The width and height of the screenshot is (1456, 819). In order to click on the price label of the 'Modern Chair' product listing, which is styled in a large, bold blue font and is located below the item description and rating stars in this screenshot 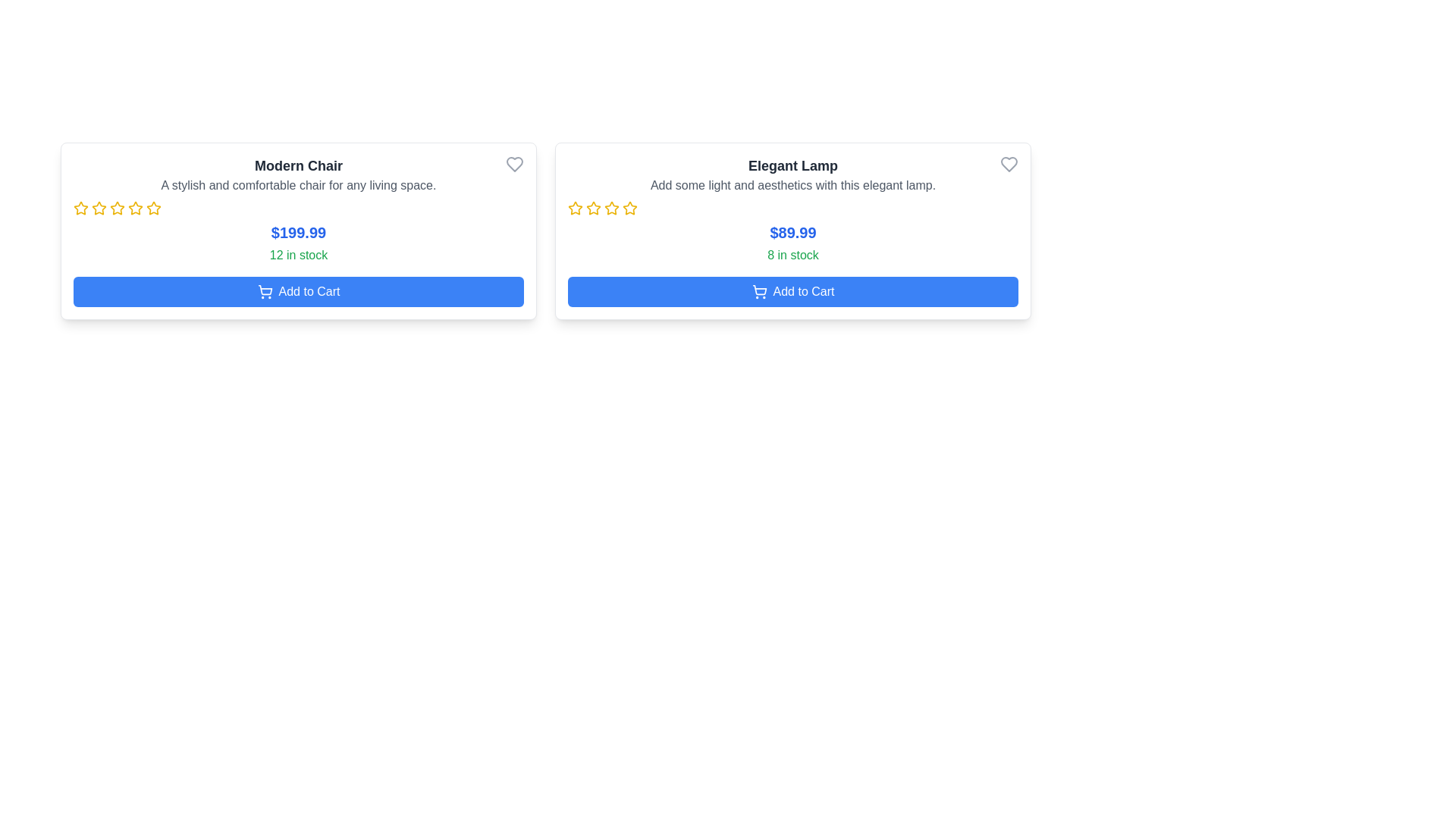, I will do `click(298, 233)`.